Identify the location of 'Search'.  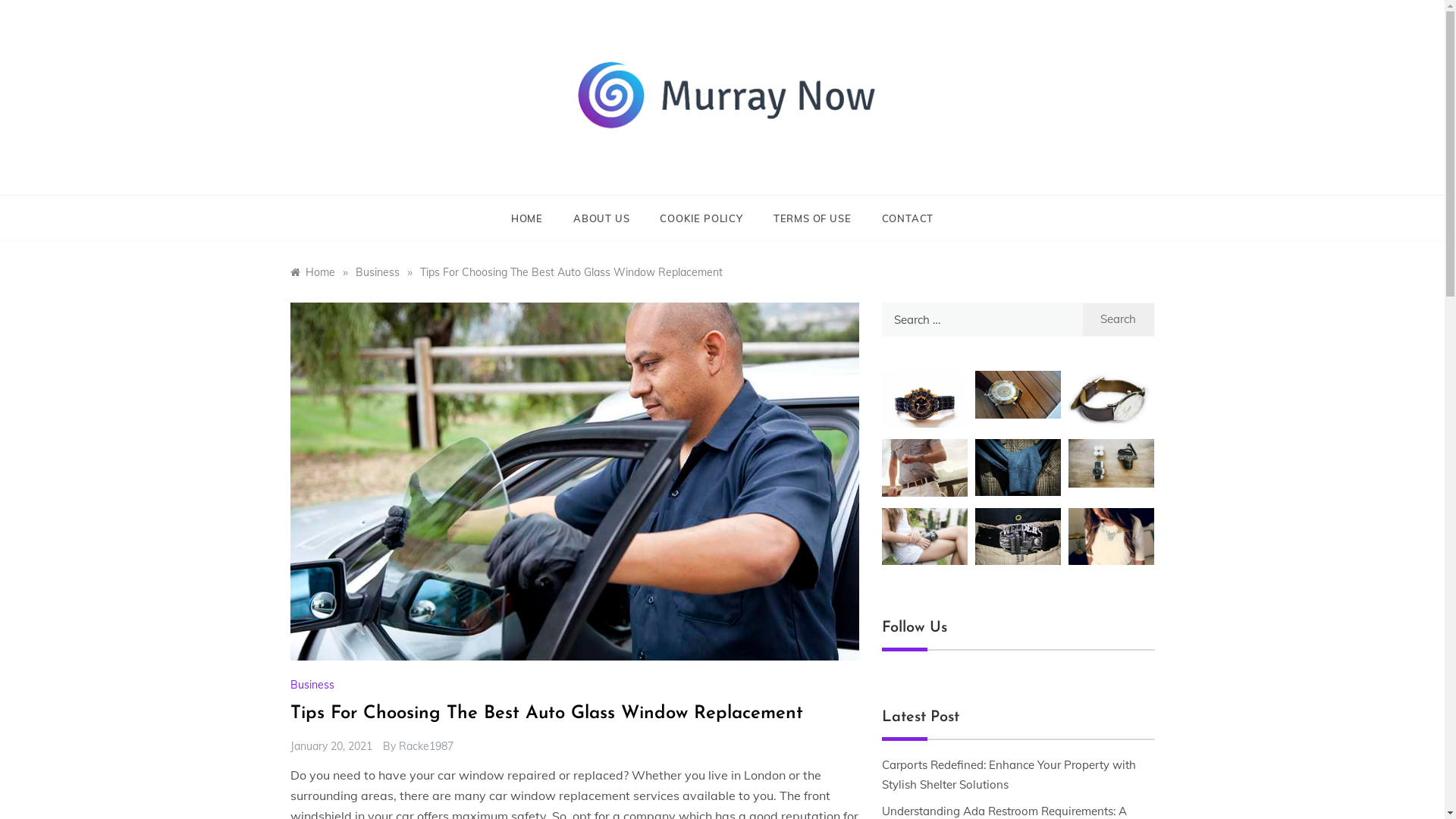
(1118, 318).